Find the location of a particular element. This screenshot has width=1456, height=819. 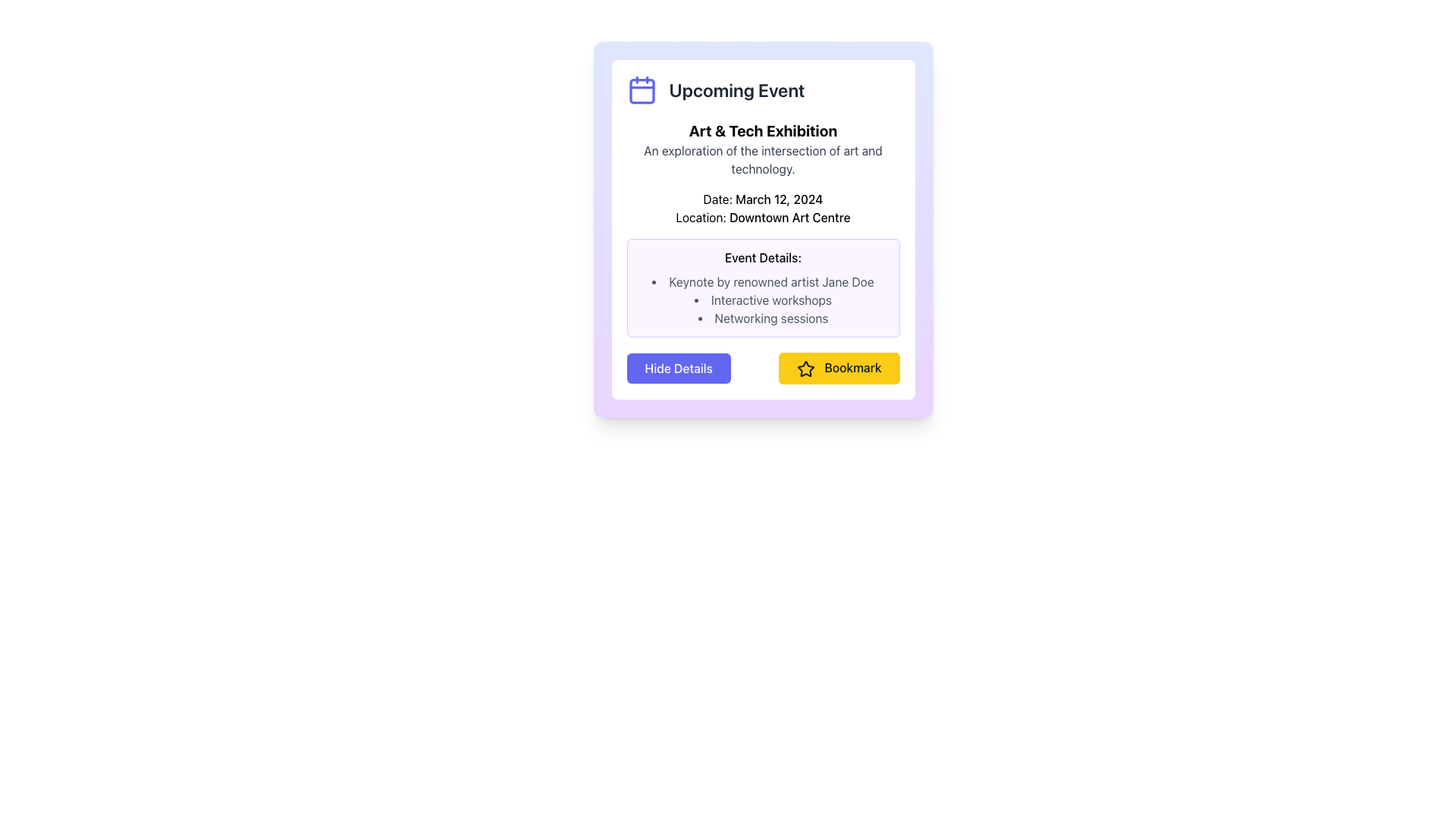

descriptive text that provides an overview of the 'Art & Tech Exhibition', located centrally below the header text in the card interface is located at coordinates (763, 160).